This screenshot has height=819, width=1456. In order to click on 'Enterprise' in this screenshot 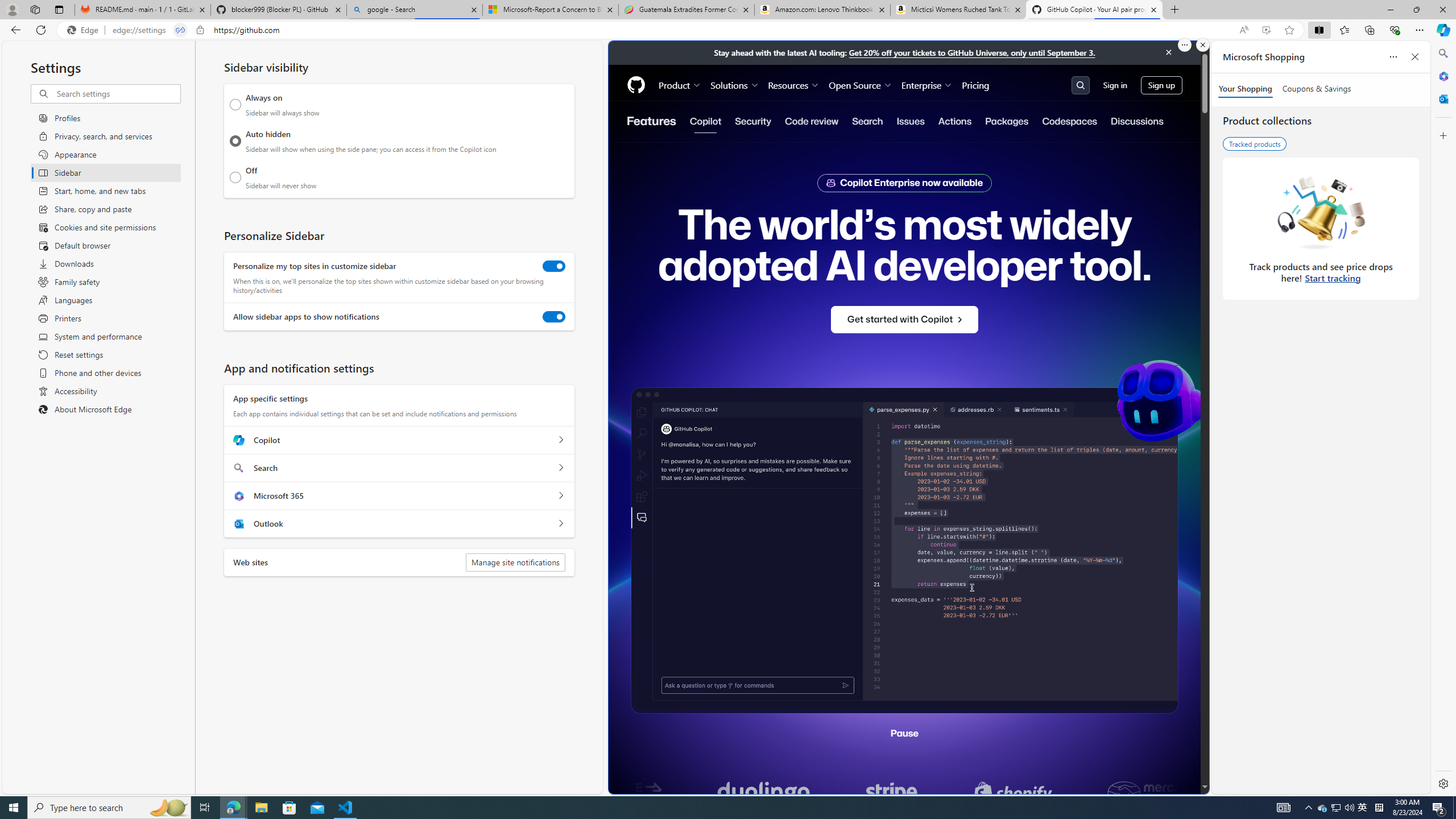, I will do `click(927, 85)`.